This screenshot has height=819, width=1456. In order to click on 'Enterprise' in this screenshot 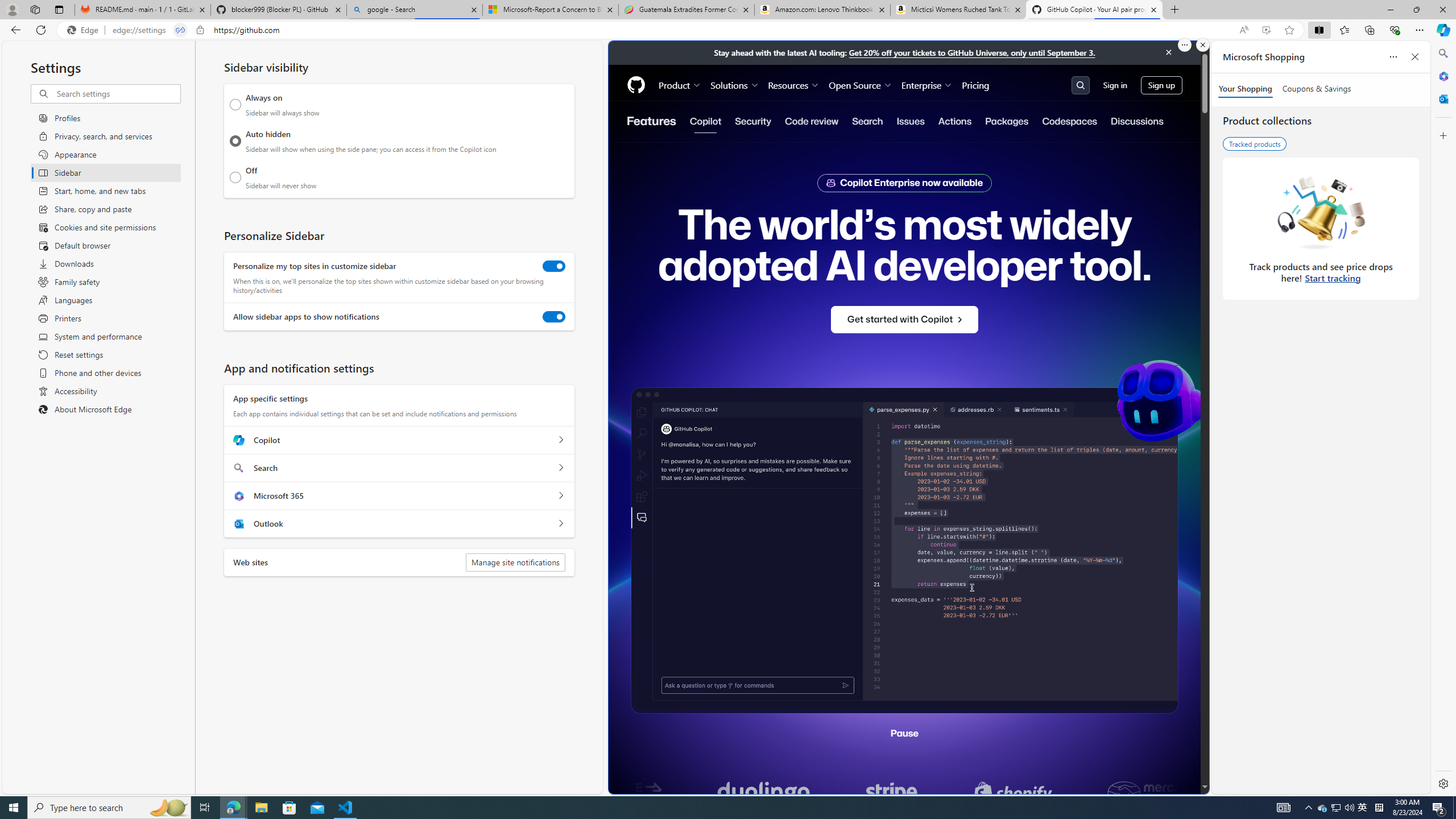, I will do `click(927, 85)`.